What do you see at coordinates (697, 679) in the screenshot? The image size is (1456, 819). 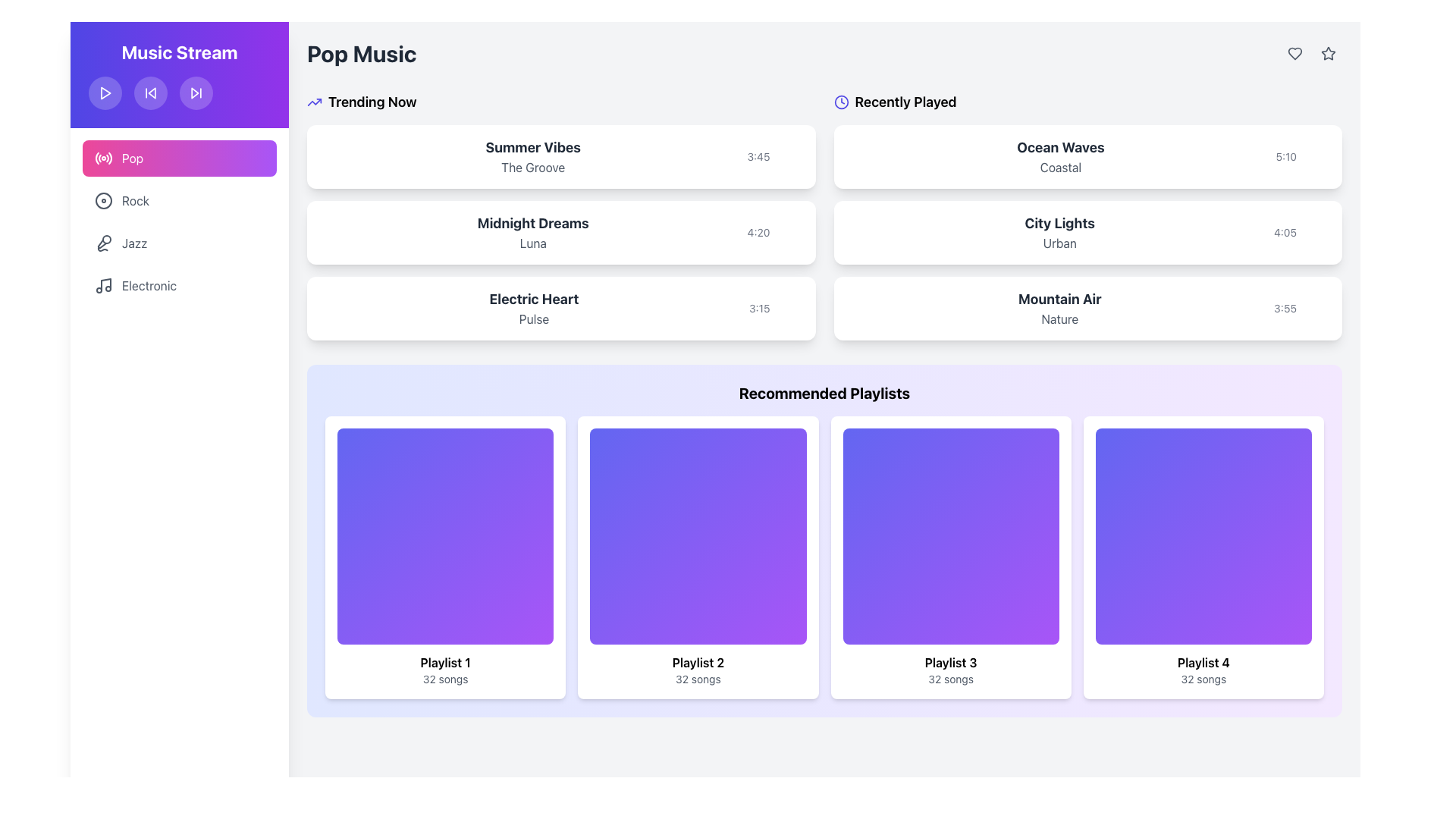 I see `the static text displaying '32 songs', which is located directly beneath the heading 'Playlist 2' in the second card of the 'Recommended Playlists' section` at bounding box center [697, 679].